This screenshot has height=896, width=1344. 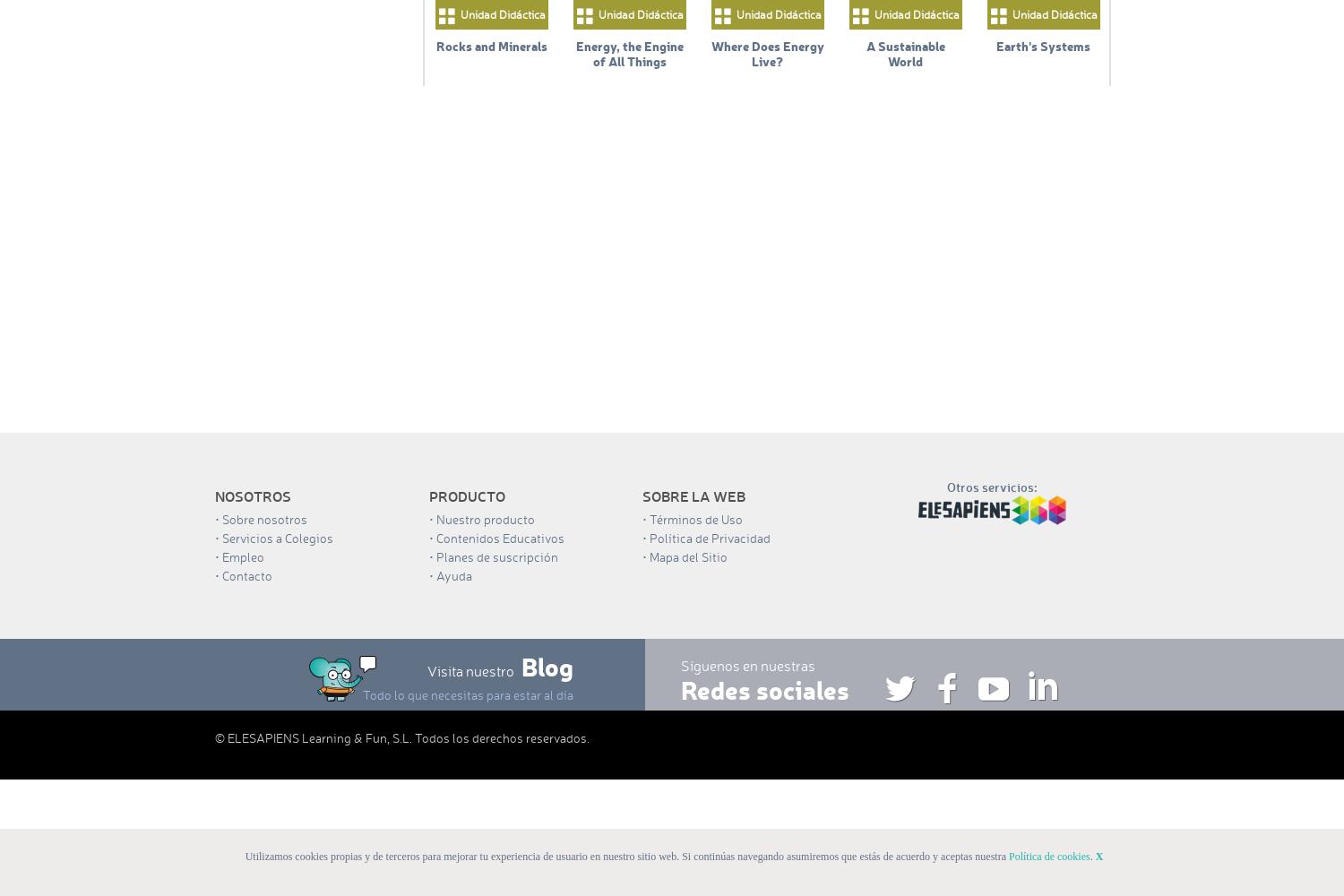 I want to click on 'Planes de suscripción', so click(x=495, y=556).